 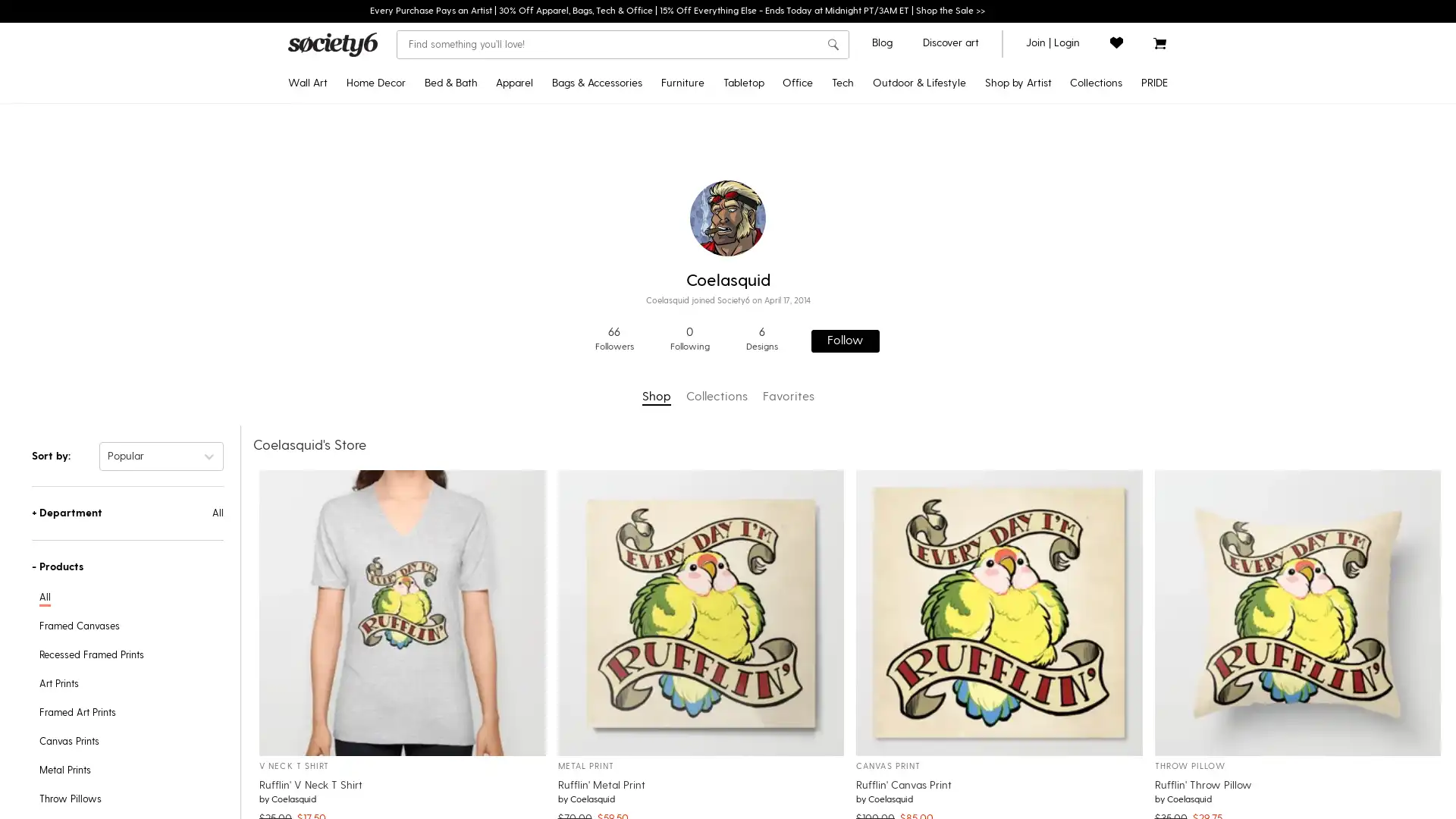 I want to click on Wall Murals, so click(x=404, y=390).